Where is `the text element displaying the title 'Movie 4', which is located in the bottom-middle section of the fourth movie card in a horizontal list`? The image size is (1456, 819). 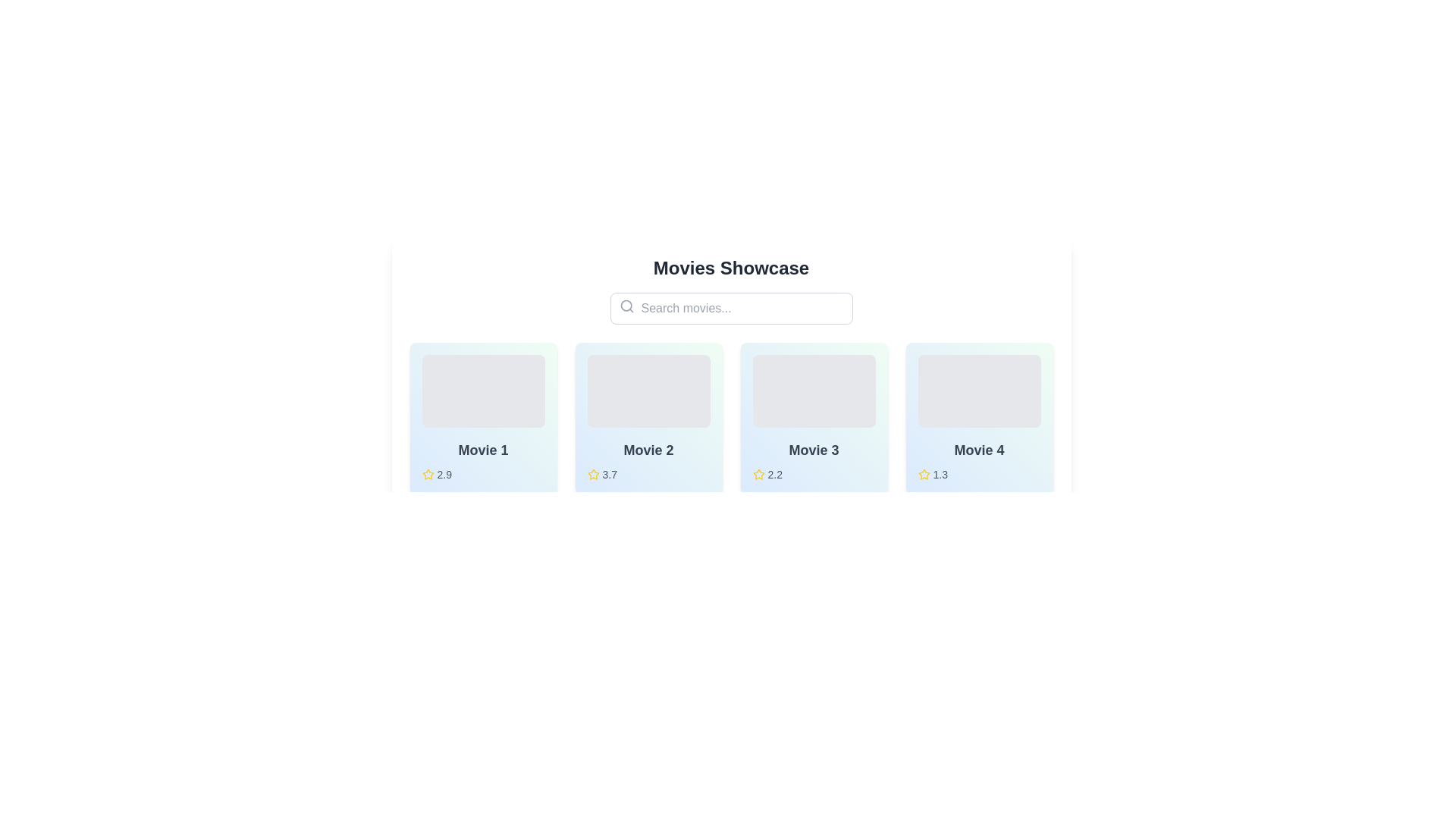 the text element displaying the title 'Movie 4', which is located in the bottom-middle section of the fourth movie card in a horizontal list is located at coordinates (979, 450).